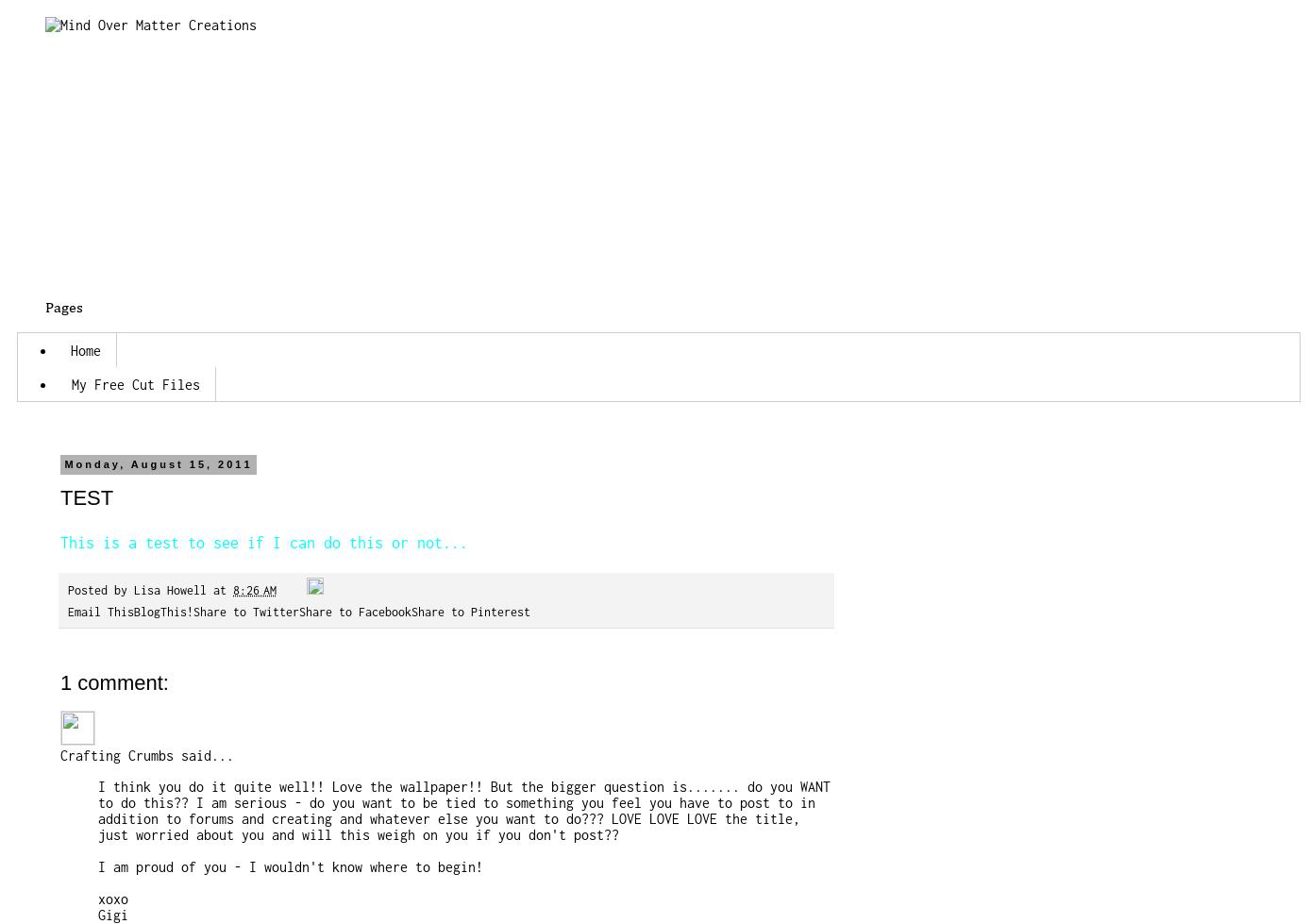 The height and width of the screenshot is (924, 1310). What do you see at coordinates (169, 589) in the screenshot?
I see `'Lisa Howell'` at bounding box center [169, 589].